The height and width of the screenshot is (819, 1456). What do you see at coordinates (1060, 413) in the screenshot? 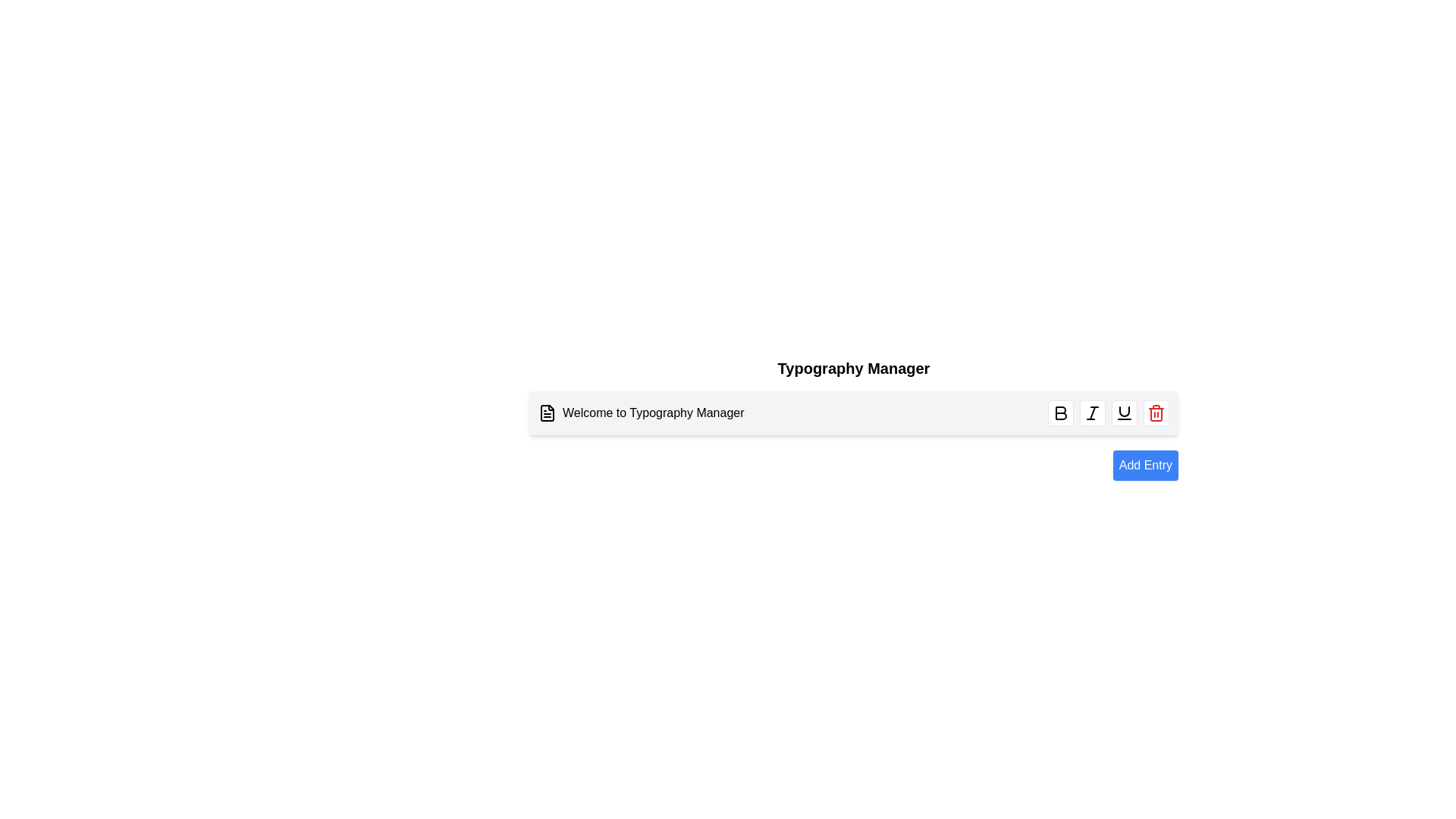
I see `the bold formatting toggle button located in the toolbar below the 'Welcome to Typography Manager' section` at bounding box center [1060, 413].